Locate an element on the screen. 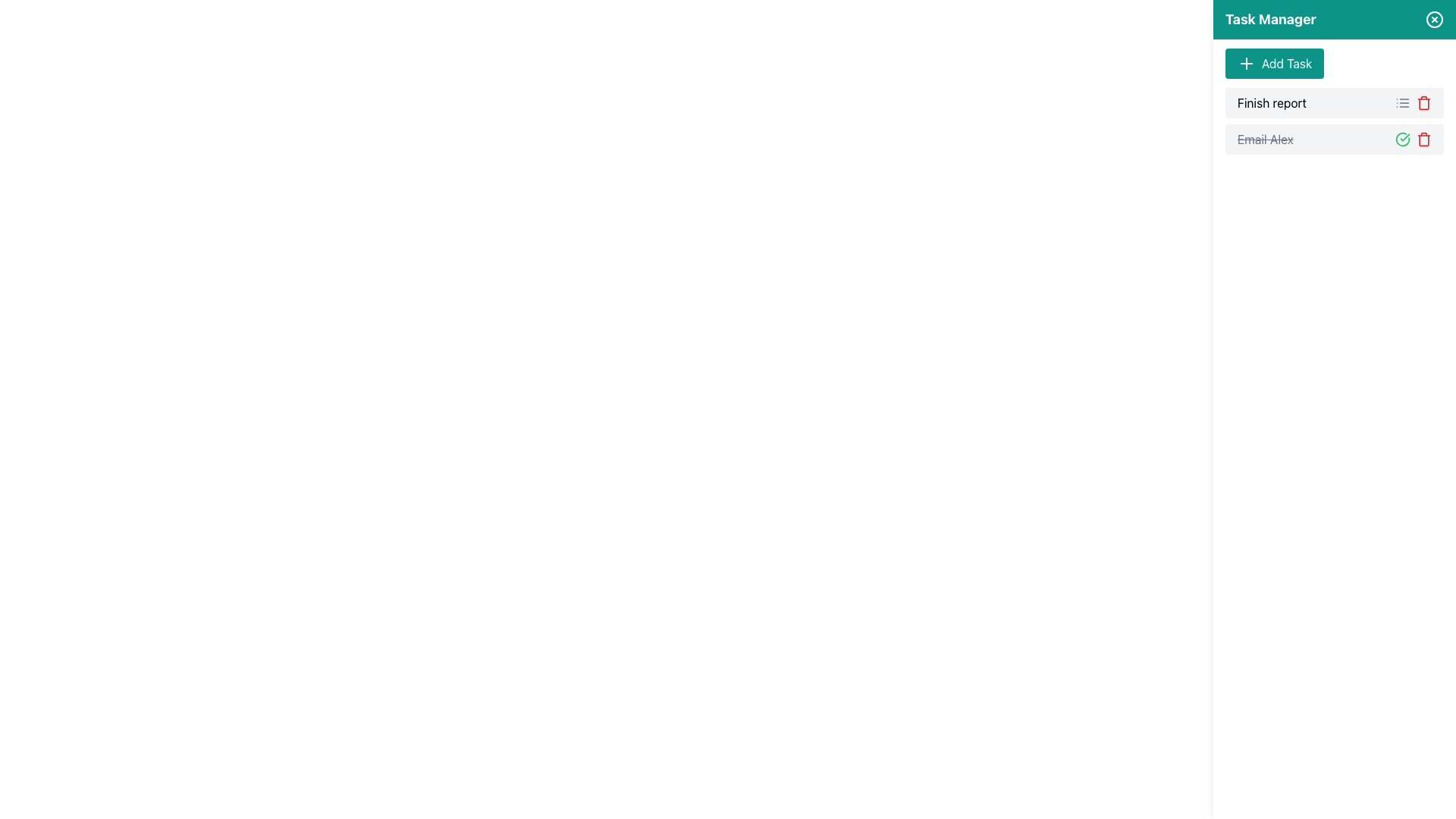  the red trash can icon button located to the right of the task titled 'Email Alex' is located at coordinates (1423, 102).